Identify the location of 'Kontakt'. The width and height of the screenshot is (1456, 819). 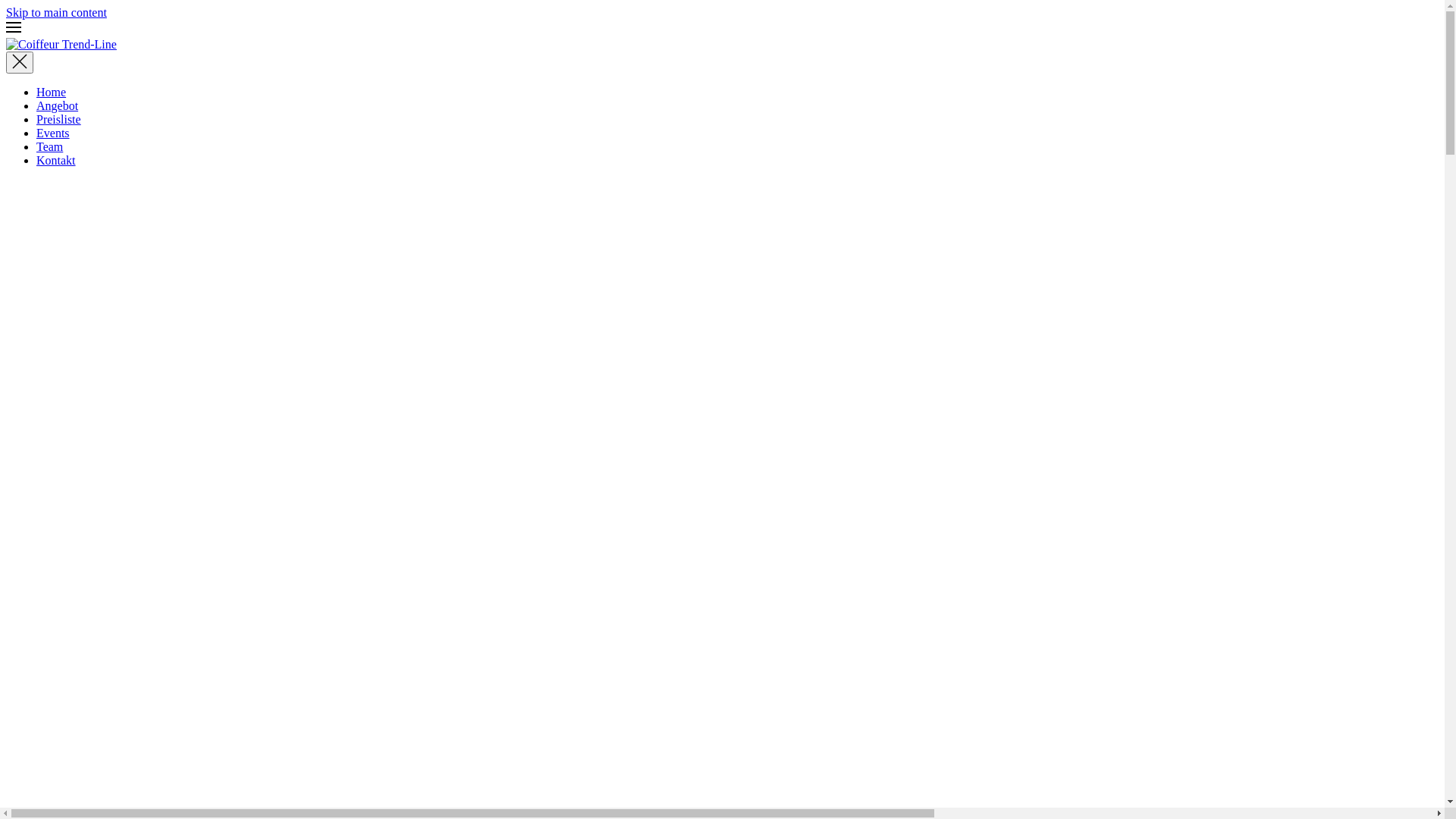
(36, 160).